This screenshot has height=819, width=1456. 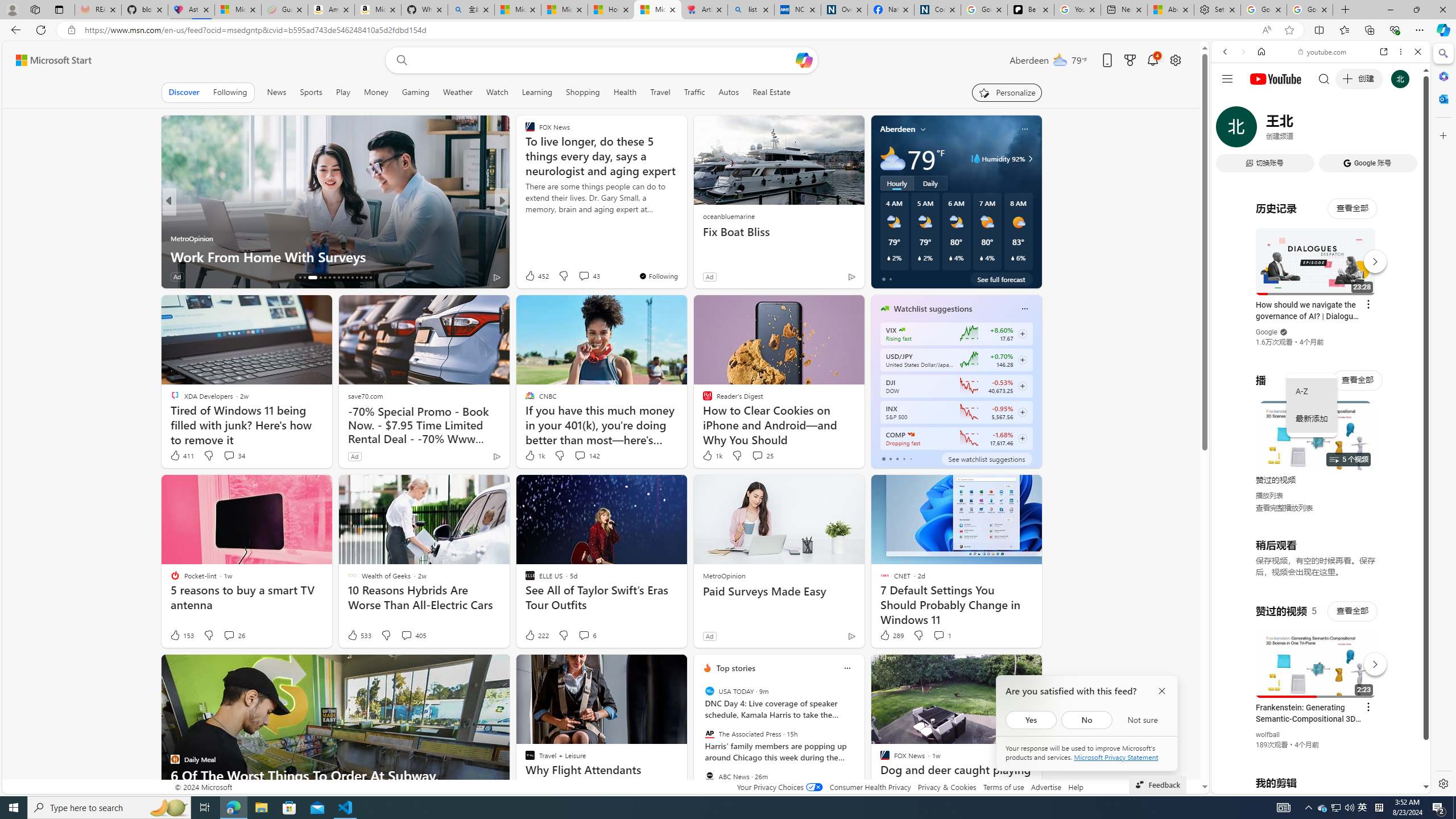 I want to click on 'YouTube - YouTube', so click(x=1316, y=560).